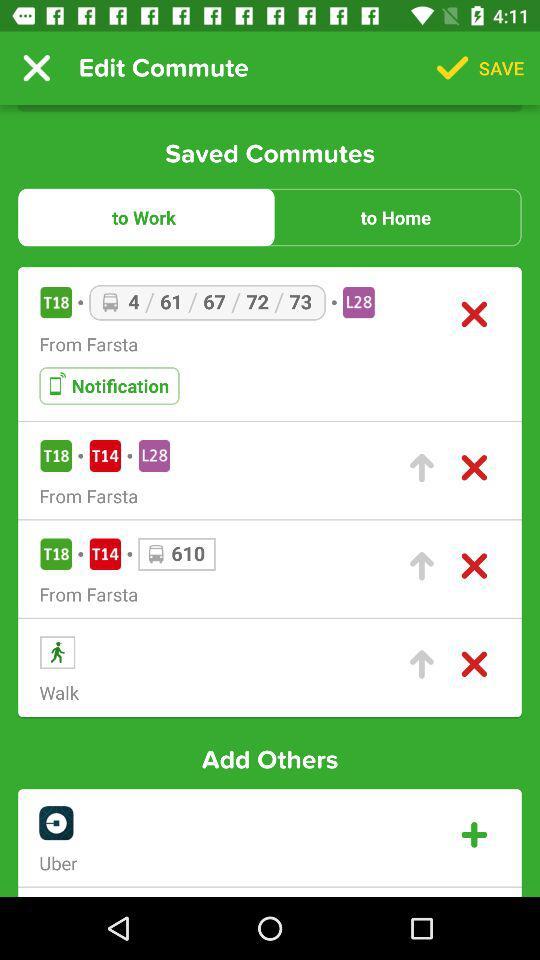  Describe the element at coordinates (473, 314) in the screenshot. I see `delete the commute` at that location.